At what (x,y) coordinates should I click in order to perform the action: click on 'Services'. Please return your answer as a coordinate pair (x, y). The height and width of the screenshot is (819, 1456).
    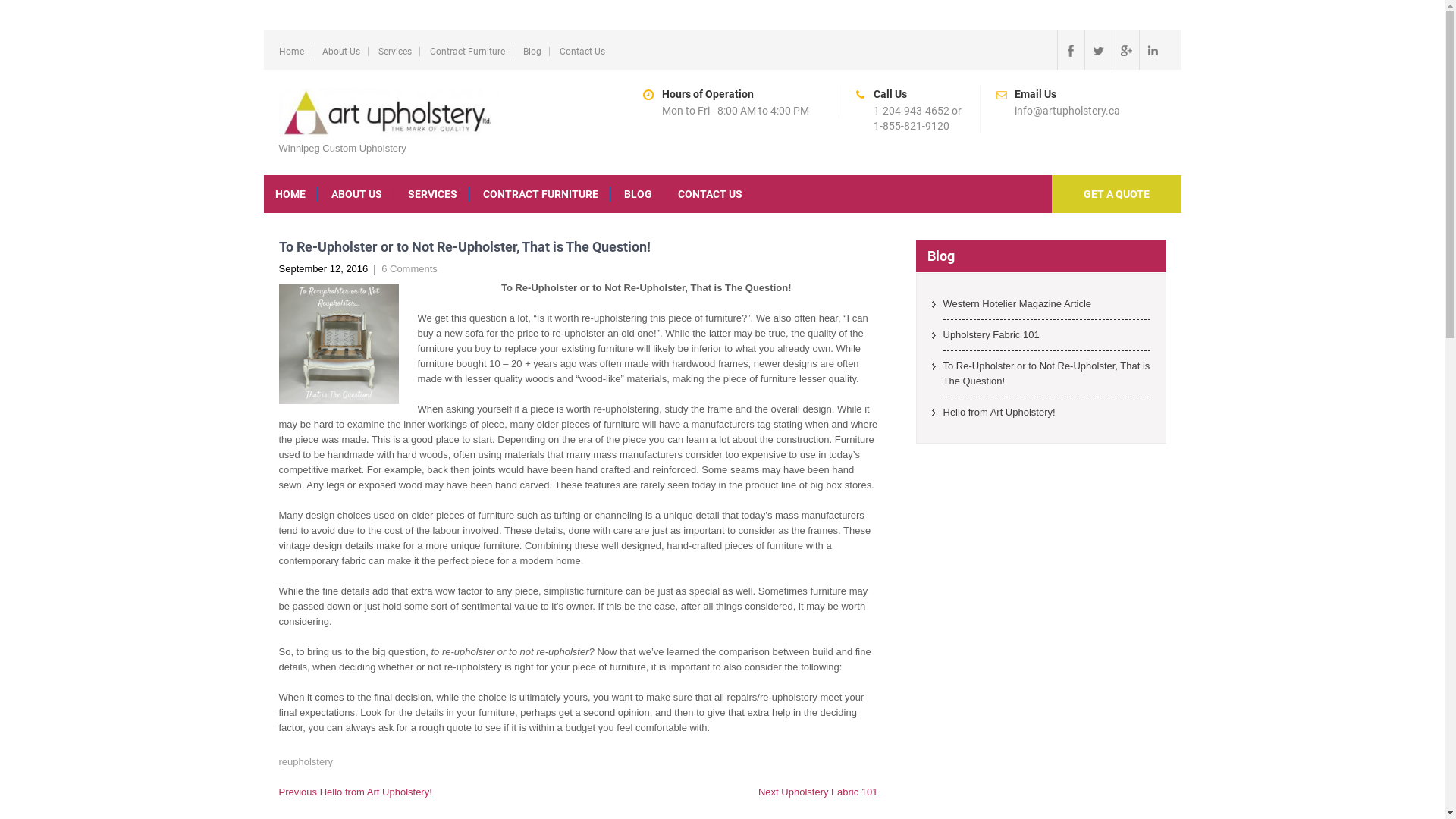
    Looking at the image, I should click on (394, 51).